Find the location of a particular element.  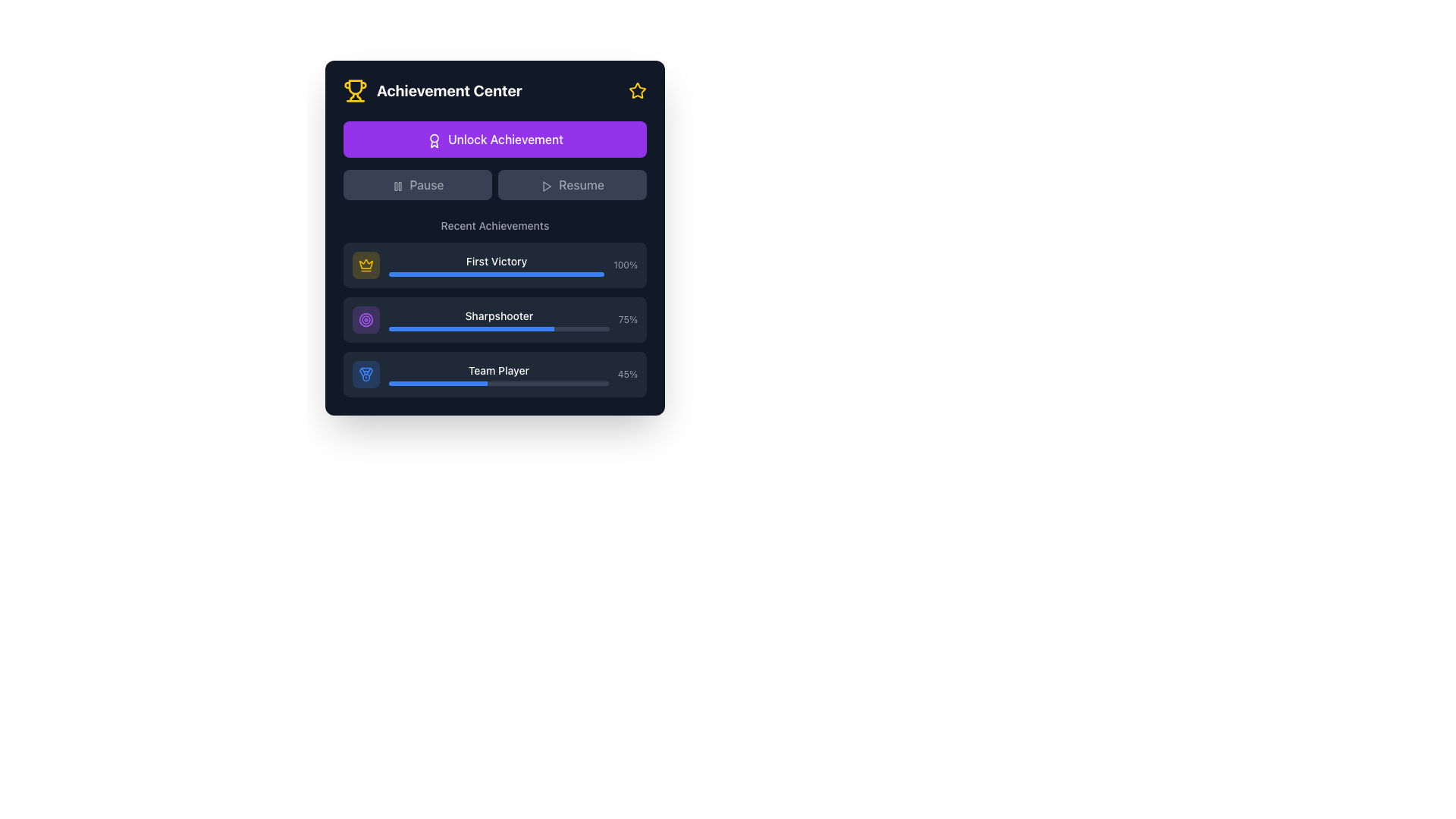

the purple circular graphical component, which is the middle circle in a set of three concentric circles within the 'Achievement Center' interface, located near the star-shaped icon is located at coordinates (366, 318).